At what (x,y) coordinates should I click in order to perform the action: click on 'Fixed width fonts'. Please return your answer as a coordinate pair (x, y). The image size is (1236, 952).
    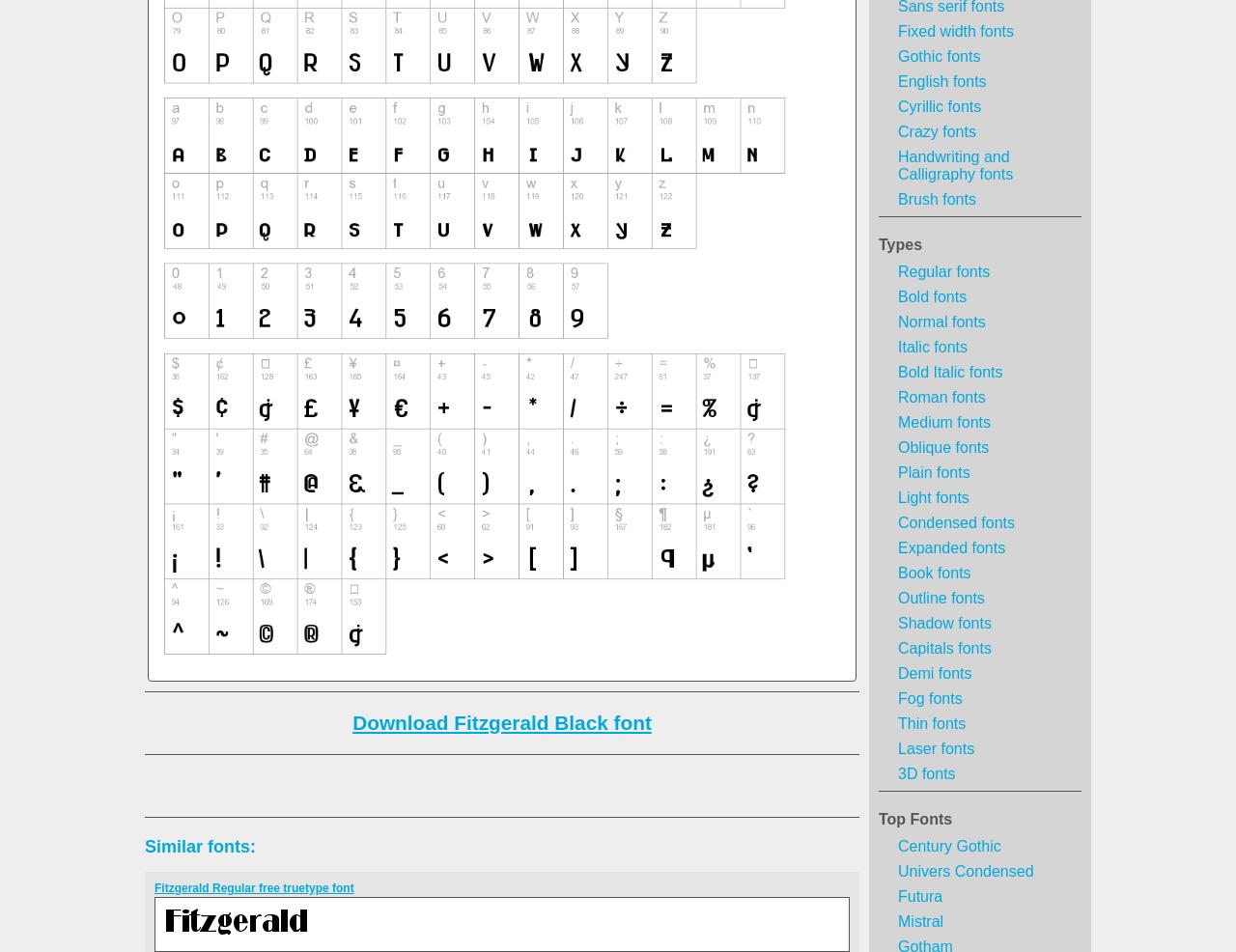
    Looking at the image, I should click on (897, 30).